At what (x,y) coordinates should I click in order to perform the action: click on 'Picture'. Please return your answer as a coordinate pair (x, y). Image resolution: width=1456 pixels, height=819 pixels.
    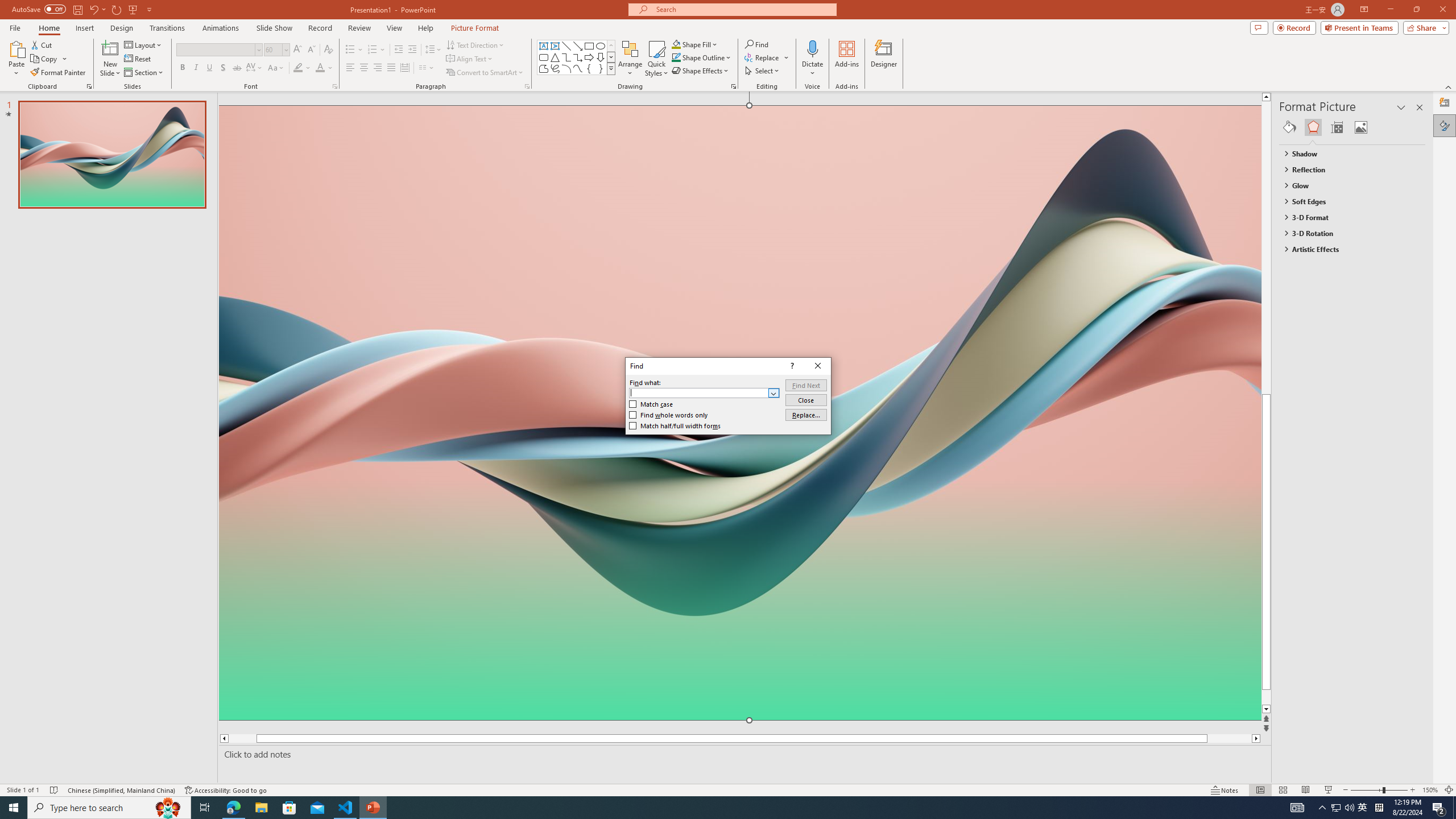
    Looking at the image, I should click on (1360, 126).